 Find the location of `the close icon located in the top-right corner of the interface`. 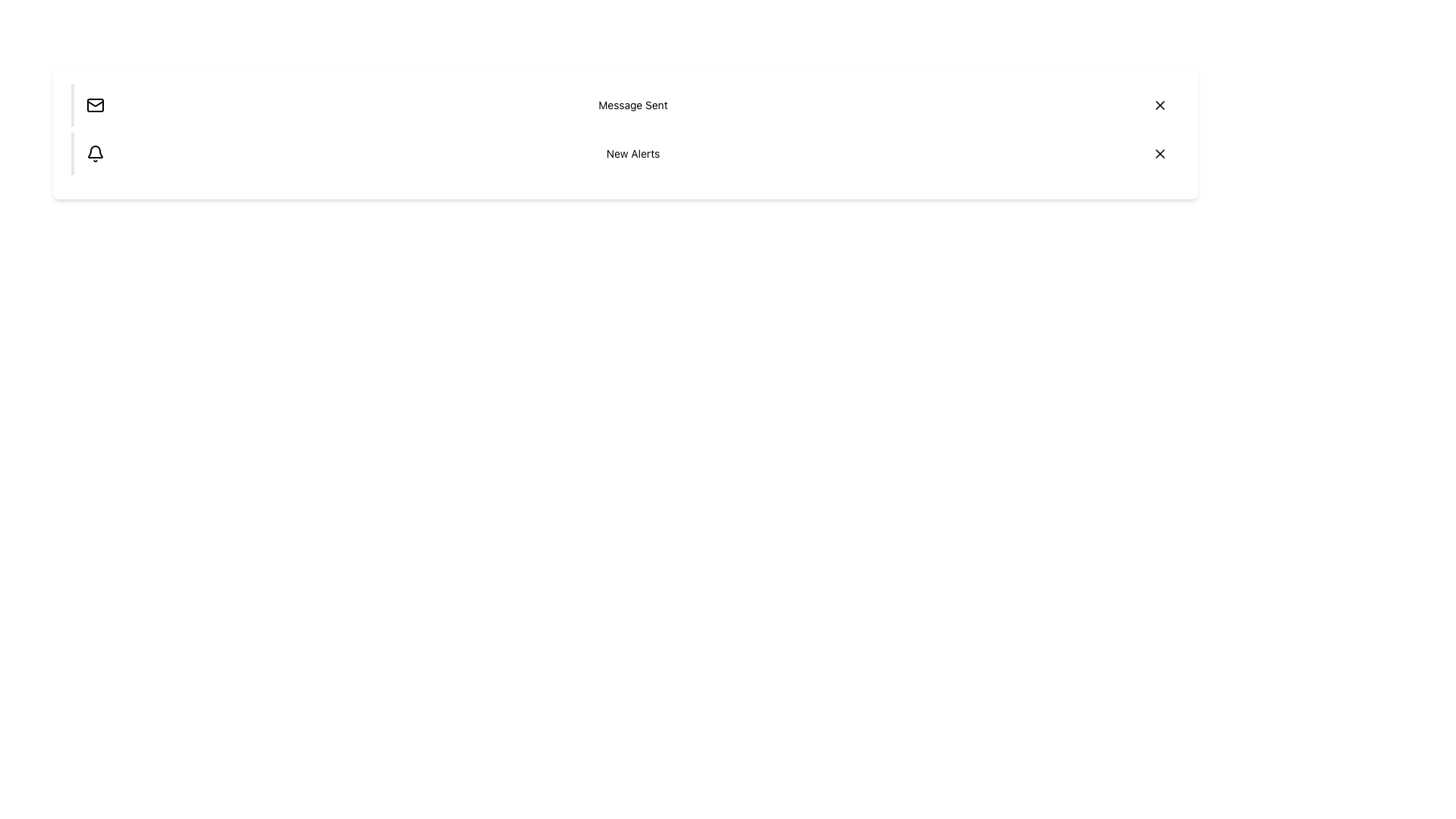

the close icon located in the top-right corner of the interface is located at coordinates (1159, 154).